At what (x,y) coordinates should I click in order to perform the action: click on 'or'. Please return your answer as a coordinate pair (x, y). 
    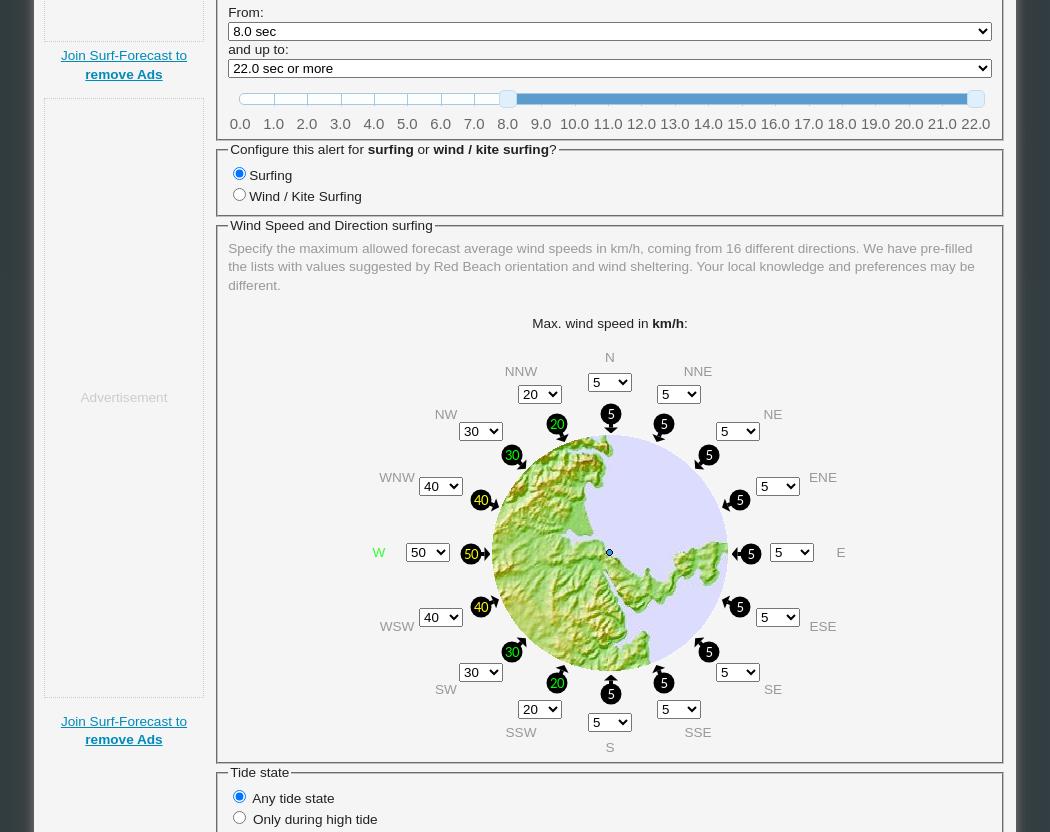
    Looking at the image, I should click on (412, 148).